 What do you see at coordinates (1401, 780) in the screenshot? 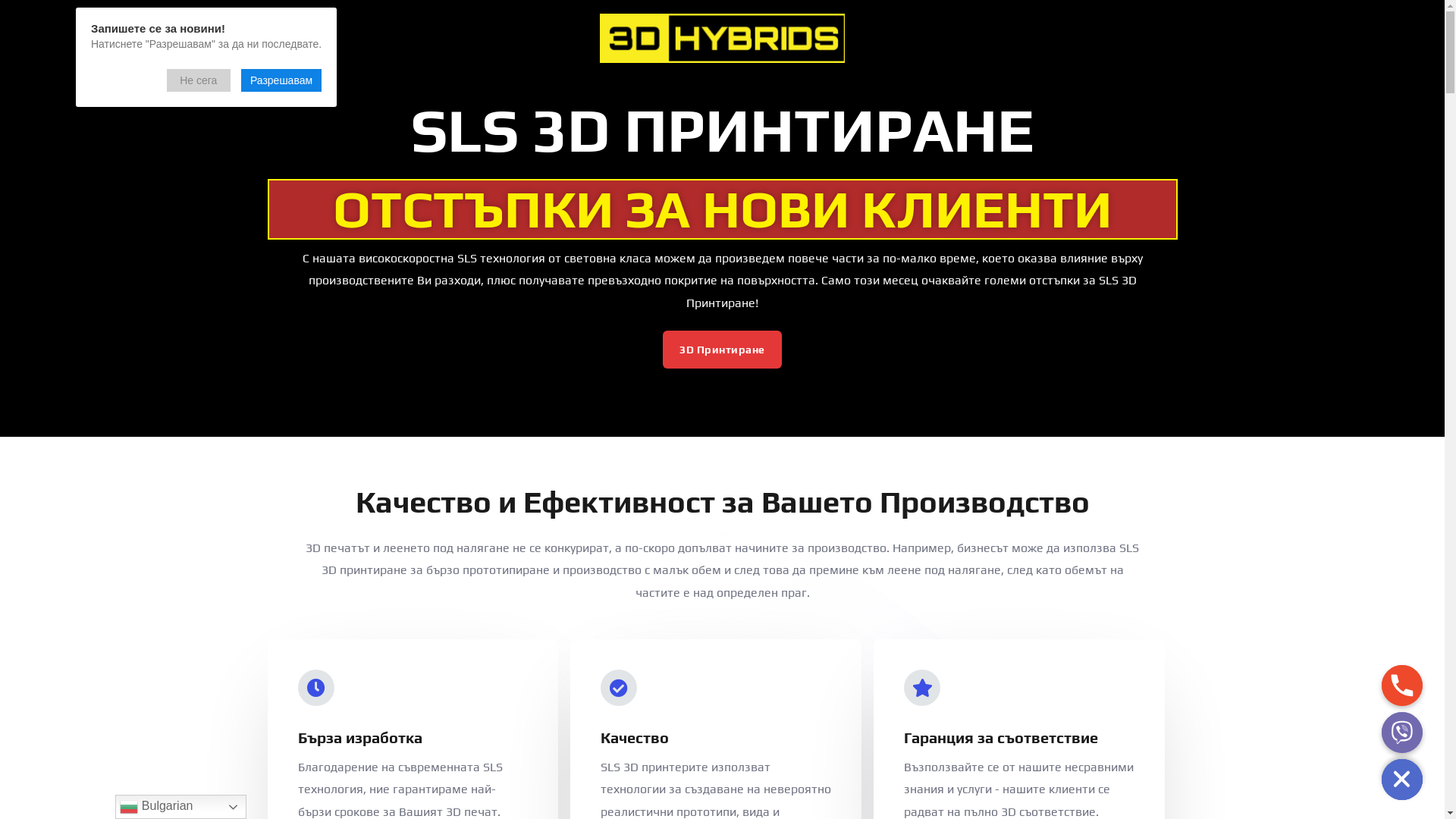
I see `'Hide Chaty'` at bounding box center [1401, 780].